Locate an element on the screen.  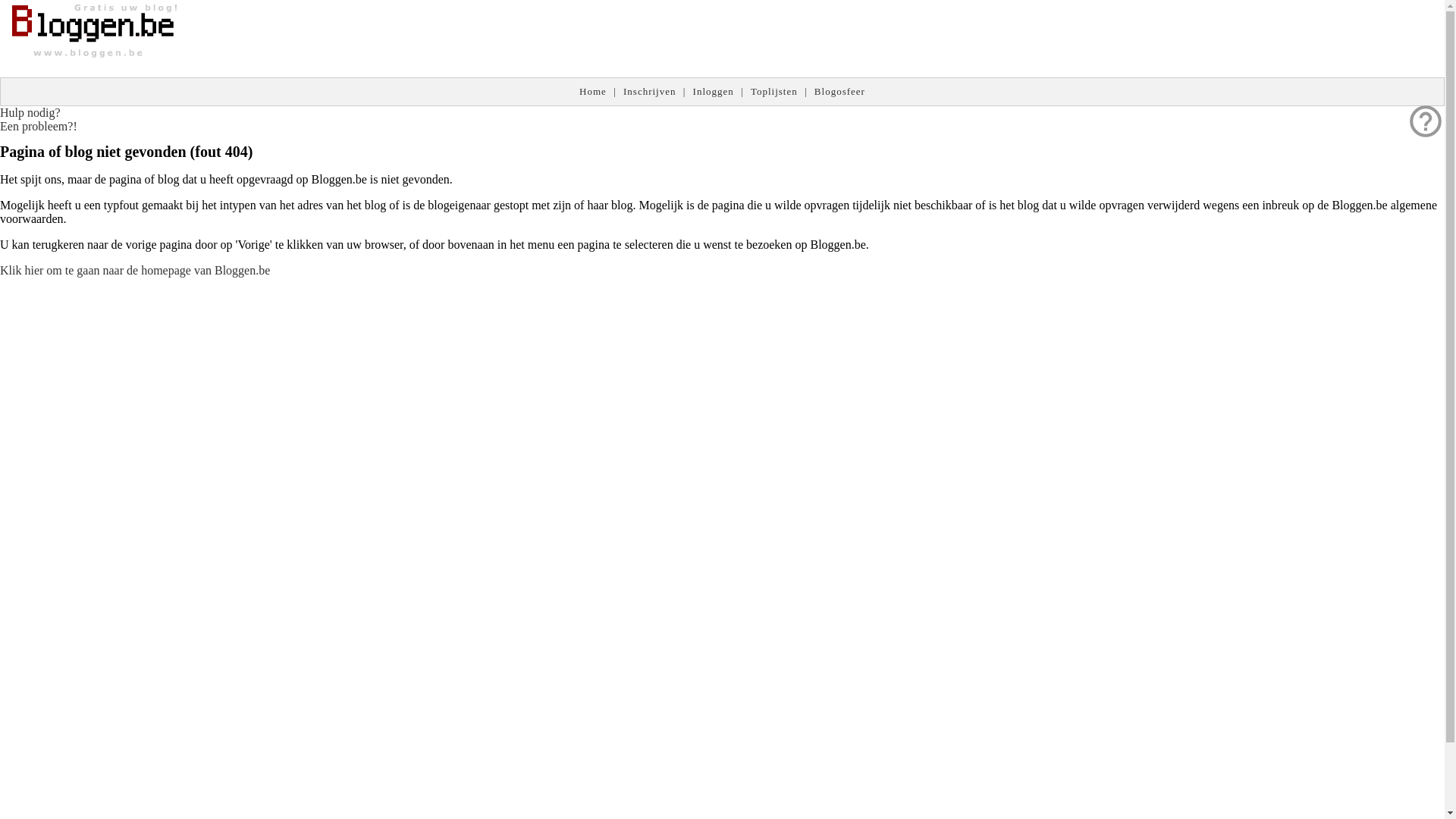
'Inloggen' is located at coordinates (692, 91).